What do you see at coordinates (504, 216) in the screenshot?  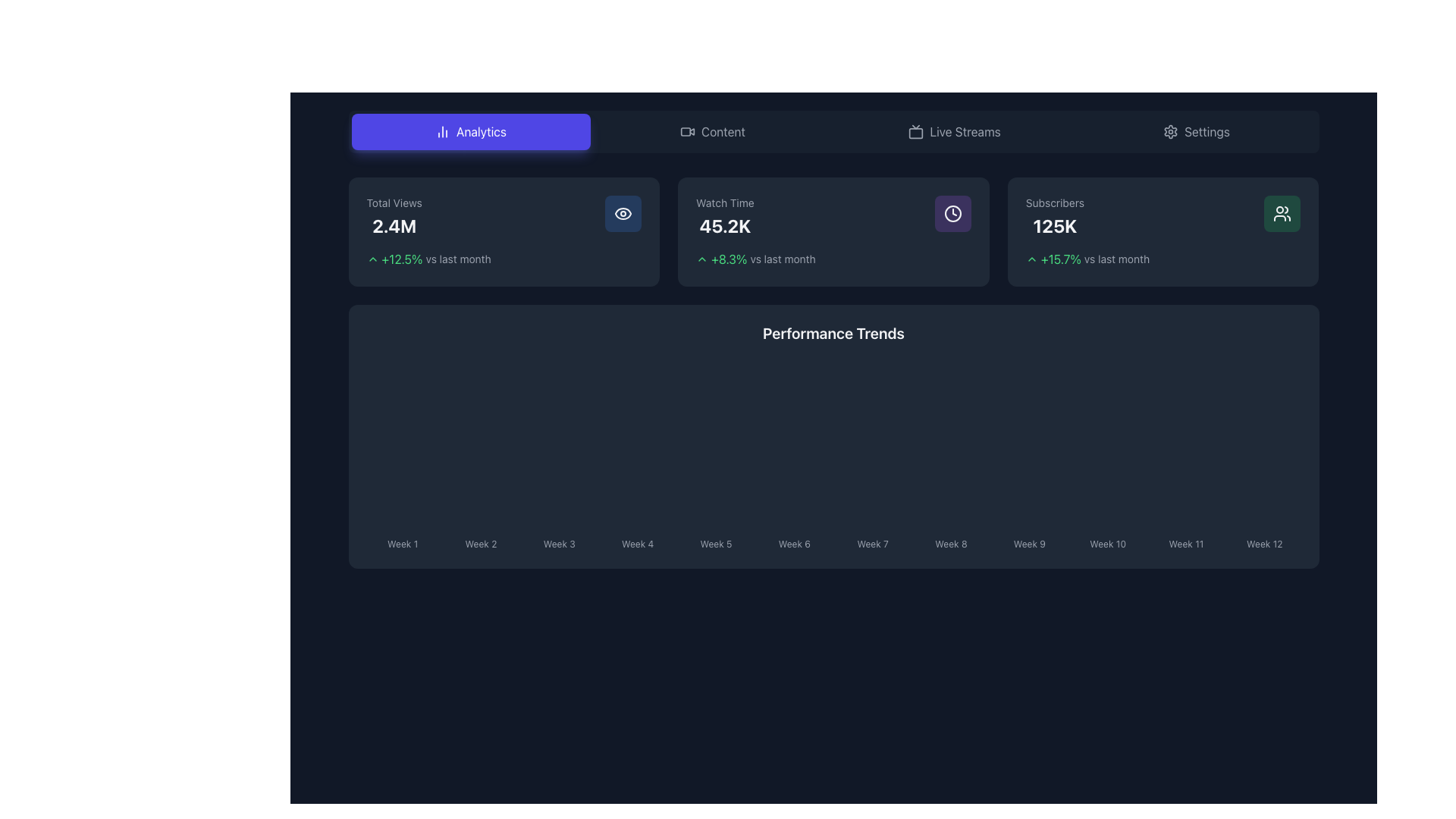 I see `the statistical information displayed in the Informational Display with Icon titled 'Total Views', which shows a bold value of '2.4M' and an eye icon` at bounding box center [504, 216].